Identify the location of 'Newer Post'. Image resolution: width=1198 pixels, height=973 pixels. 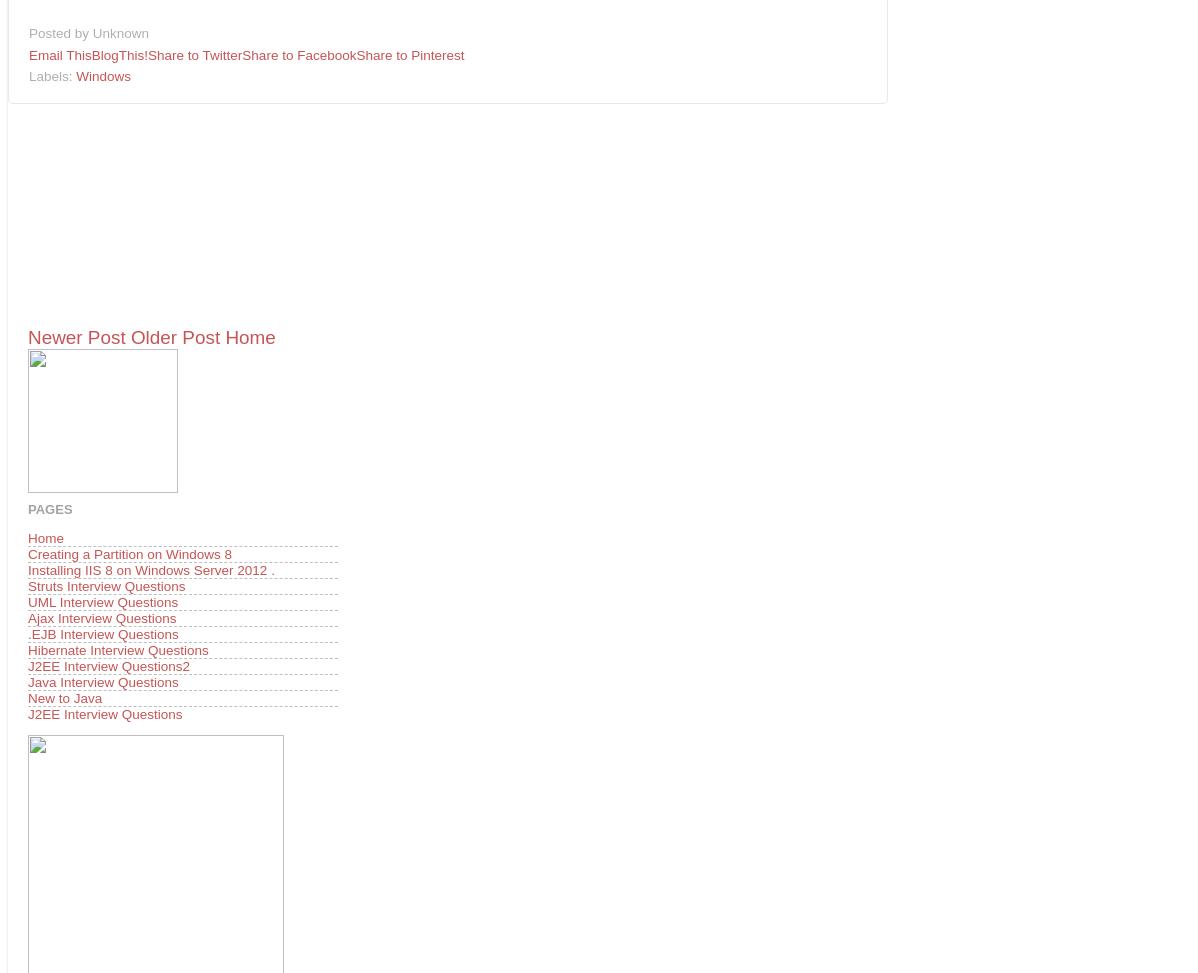
(76, 336).